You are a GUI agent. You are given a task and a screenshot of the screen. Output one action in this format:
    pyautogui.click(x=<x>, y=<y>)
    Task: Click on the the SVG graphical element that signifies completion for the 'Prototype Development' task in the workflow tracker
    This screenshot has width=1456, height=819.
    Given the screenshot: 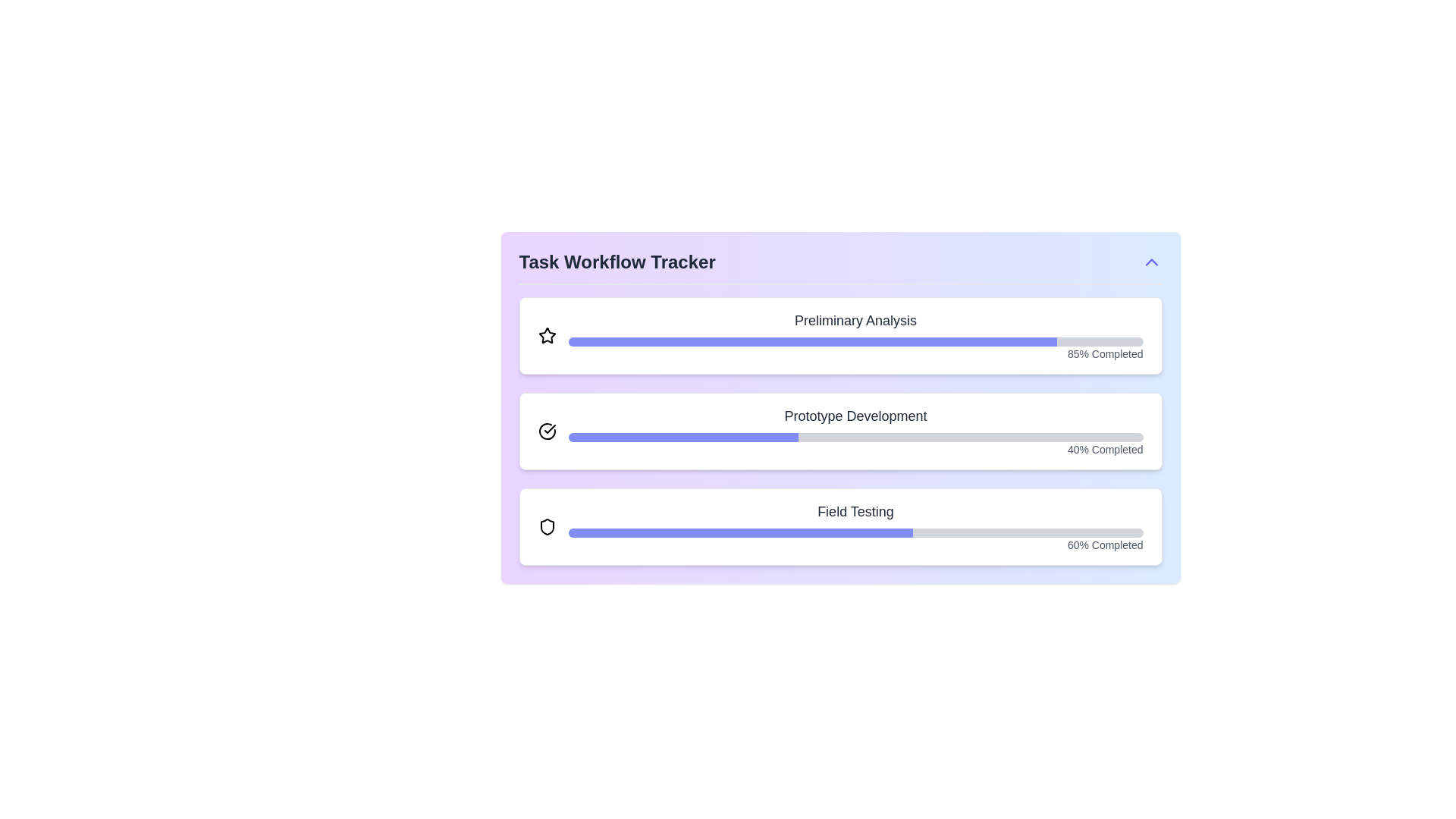 What is the action you would take?
    pyautogui.click(x=548, y=429)
    